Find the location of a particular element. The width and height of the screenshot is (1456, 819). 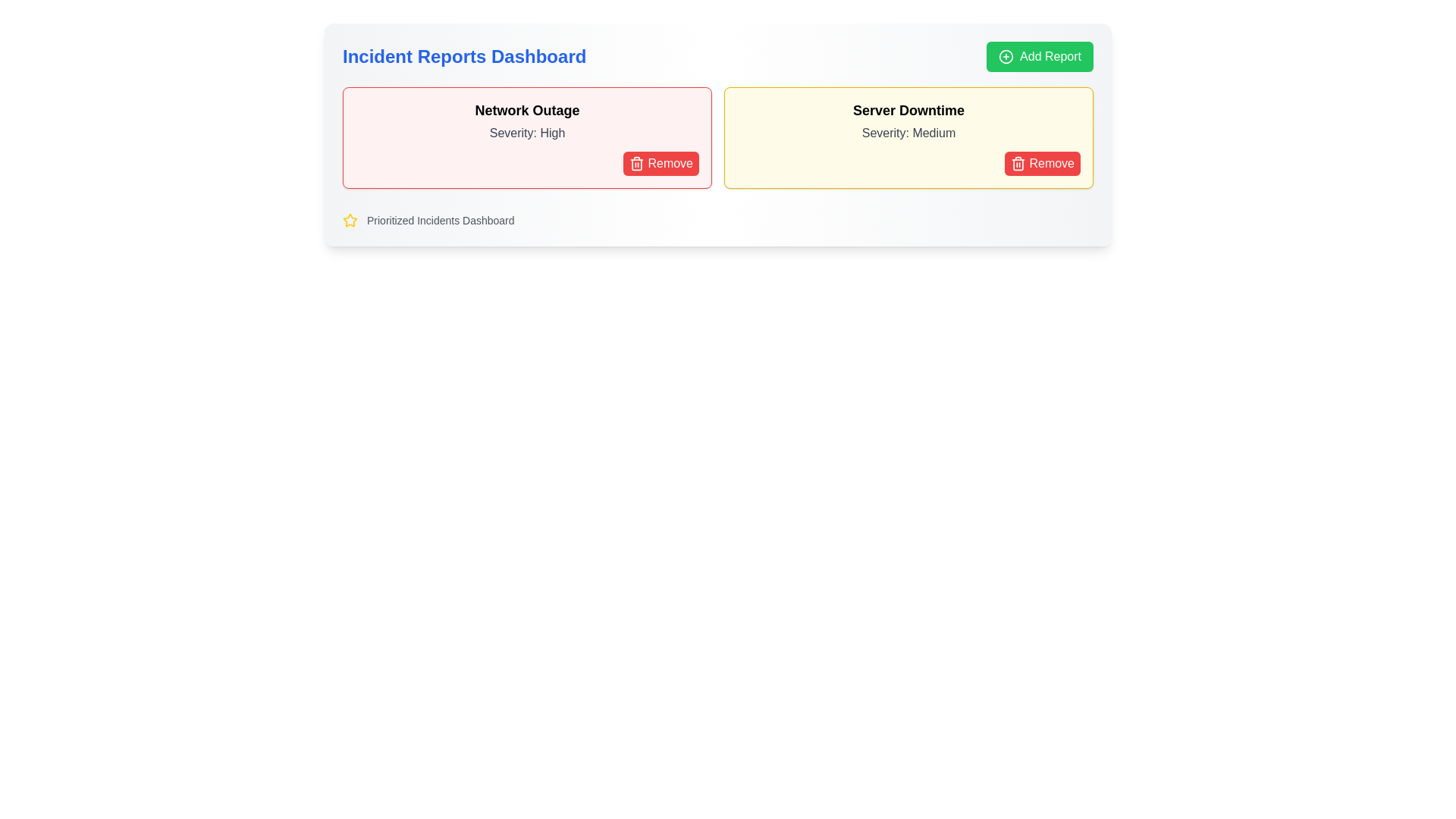

the green button labeled 'Add Report' located in the top-right corner of the 'Incident Reports Dashboard' is located at coordinates (1039, 55).